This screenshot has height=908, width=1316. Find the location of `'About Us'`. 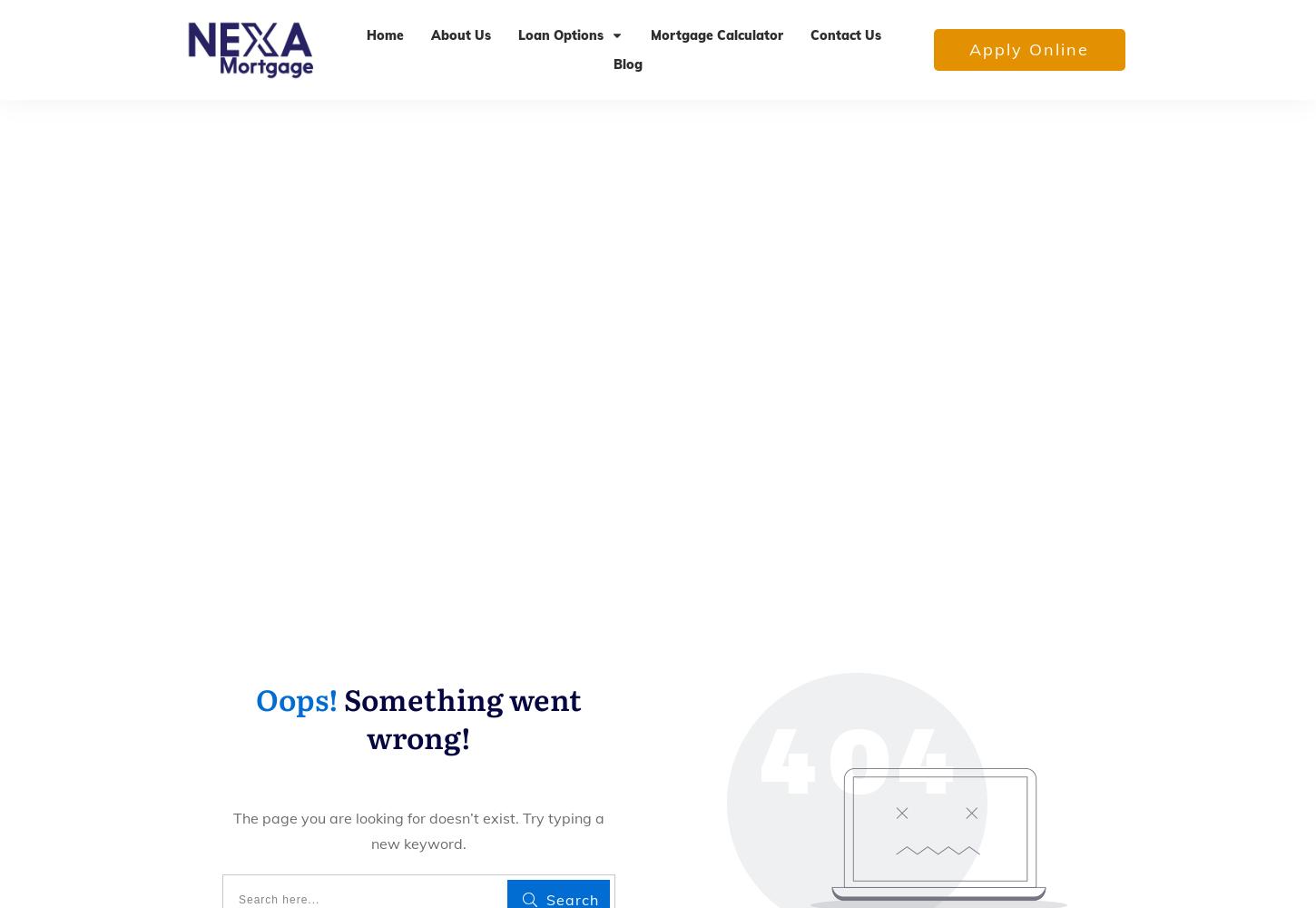

'About Us' is located at coordinates (460, 35).